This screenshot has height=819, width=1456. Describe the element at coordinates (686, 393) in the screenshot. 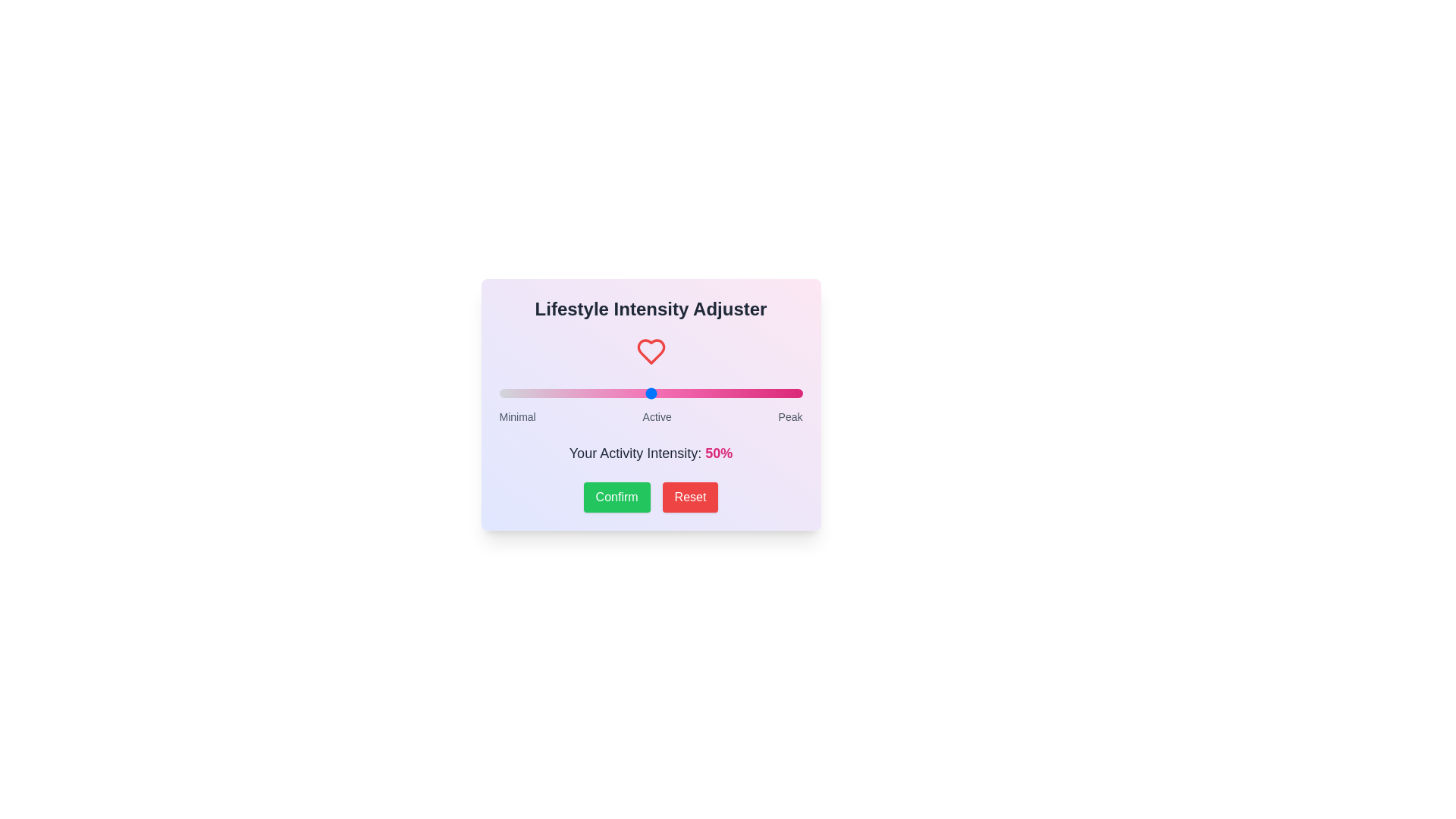

I see `the slider to set the intensity to 62%` at that location.